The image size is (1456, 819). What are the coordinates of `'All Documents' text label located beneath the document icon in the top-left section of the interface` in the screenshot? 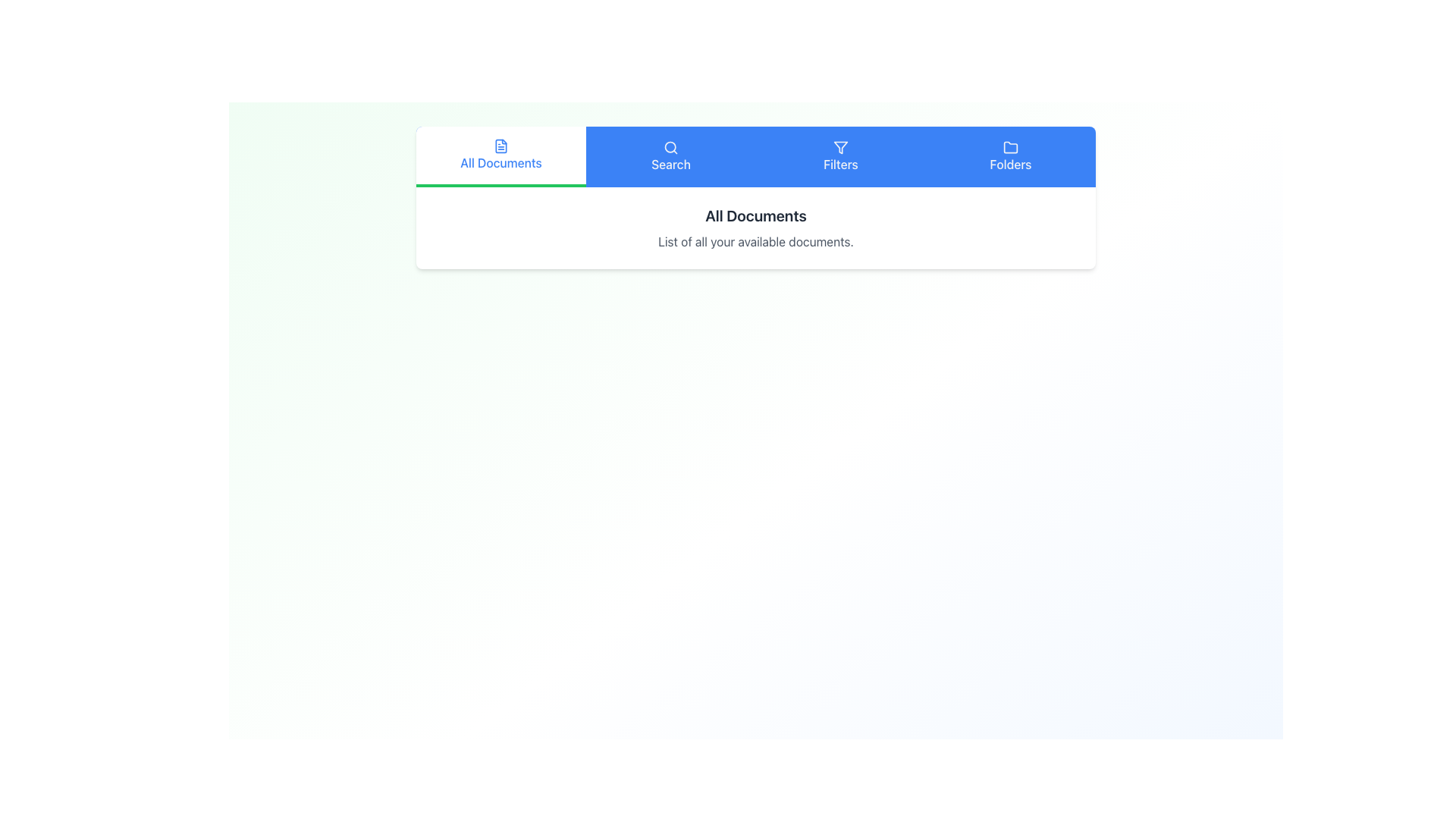 It's located at (501, 163).